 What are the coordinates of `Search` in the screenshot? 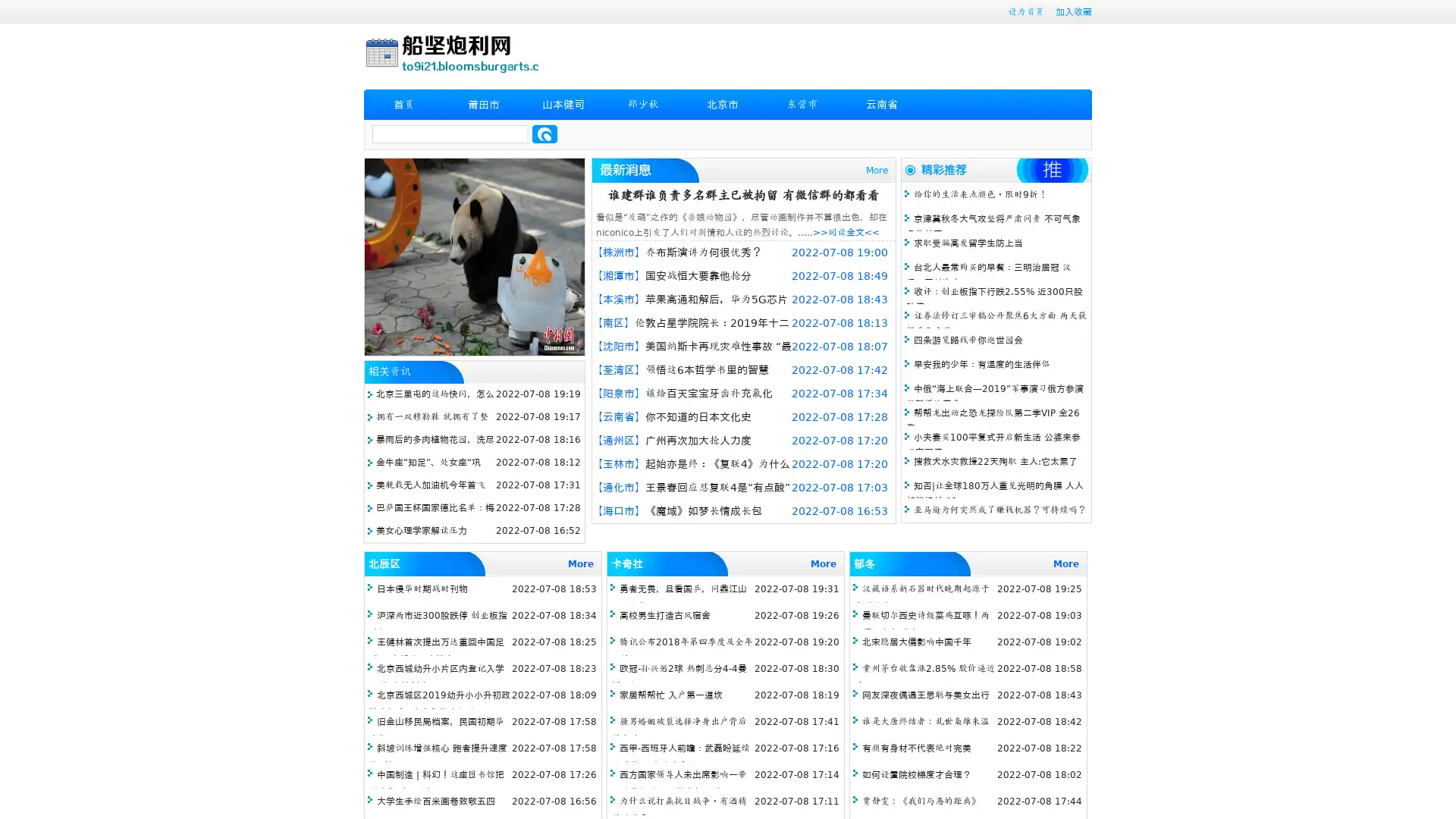 It's located at (544, 133).